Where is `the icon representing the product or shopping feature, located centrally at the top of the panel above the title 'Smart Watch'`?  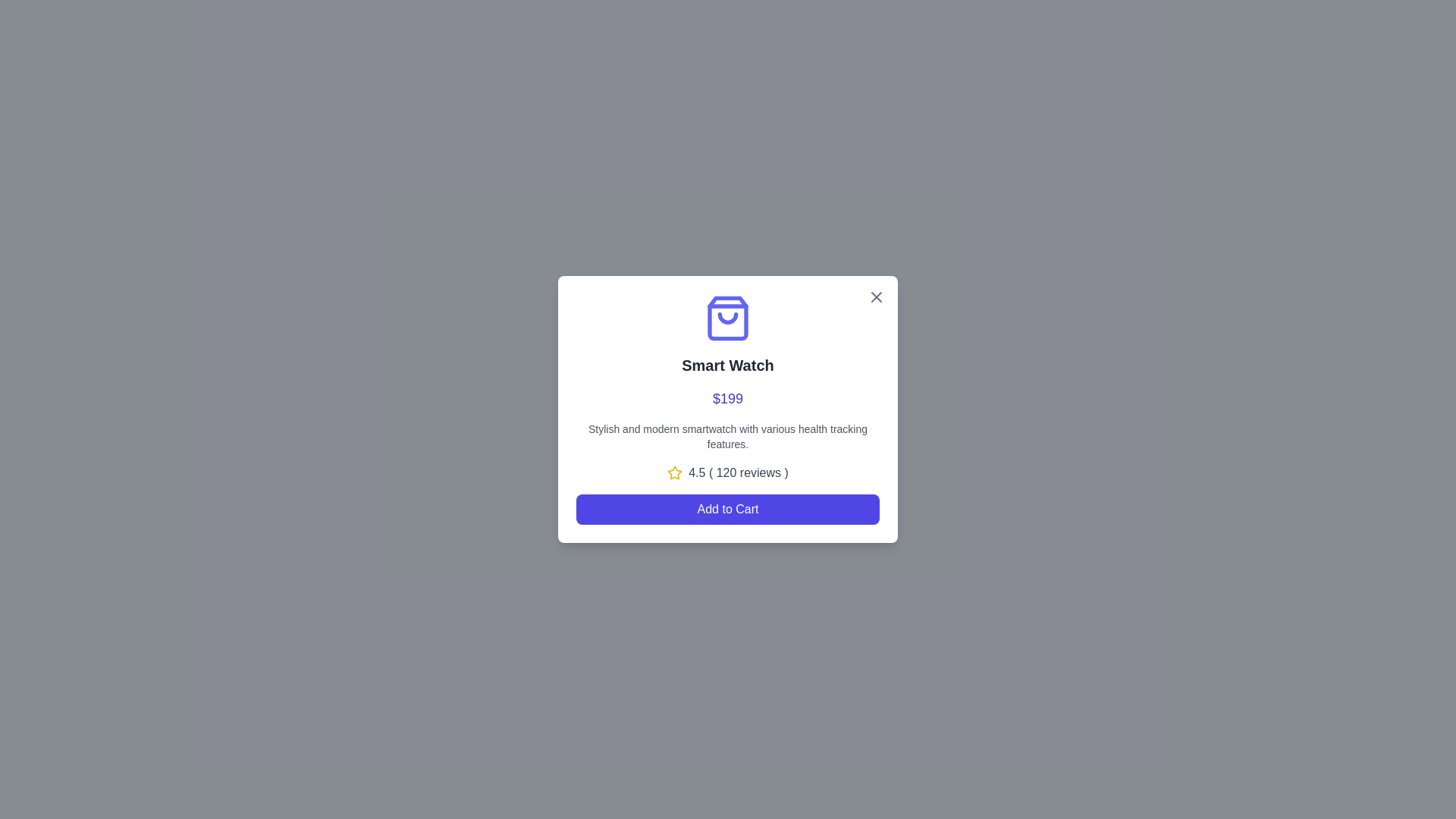
the icon representing the product or shopping feature, located centrally at the top of the panel above the title 'Smart Watch' is located at coordinates (728, 318).